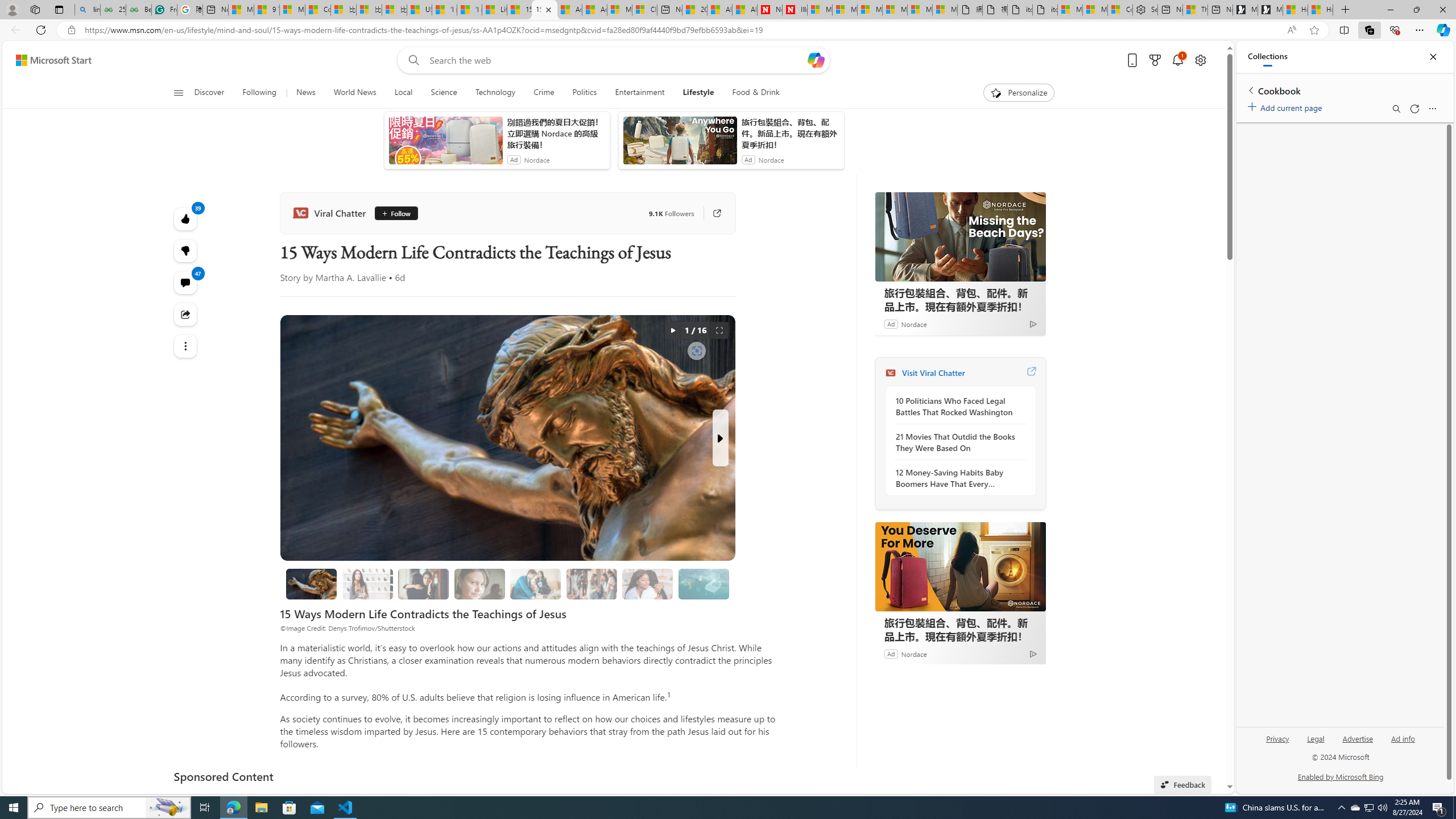  Describe the element at coordinates (403, 92) in the screenshot. I see `'Local'` at that location.